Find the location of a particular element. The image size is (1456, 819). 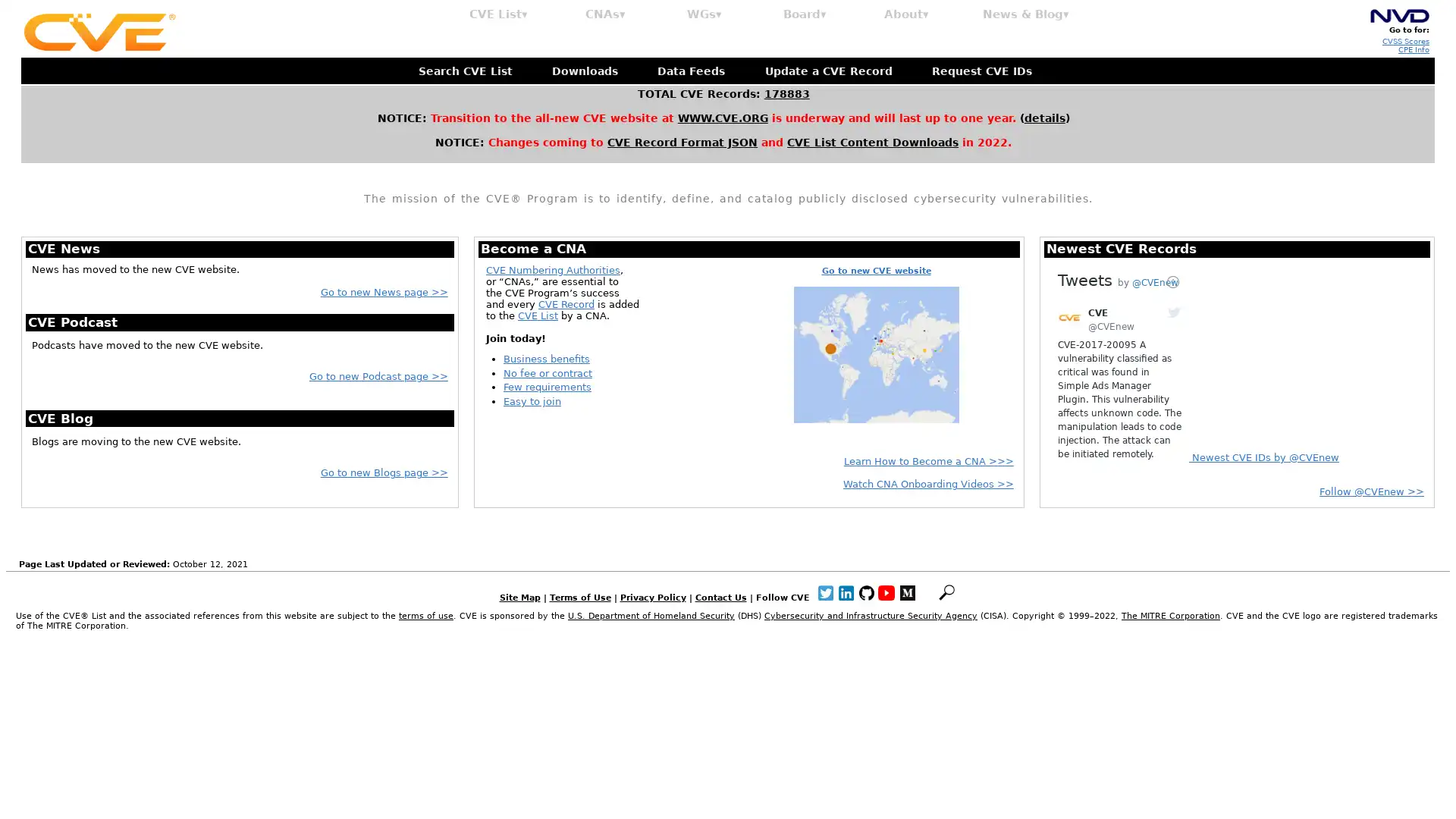

About is located at coordinates (906, 14).